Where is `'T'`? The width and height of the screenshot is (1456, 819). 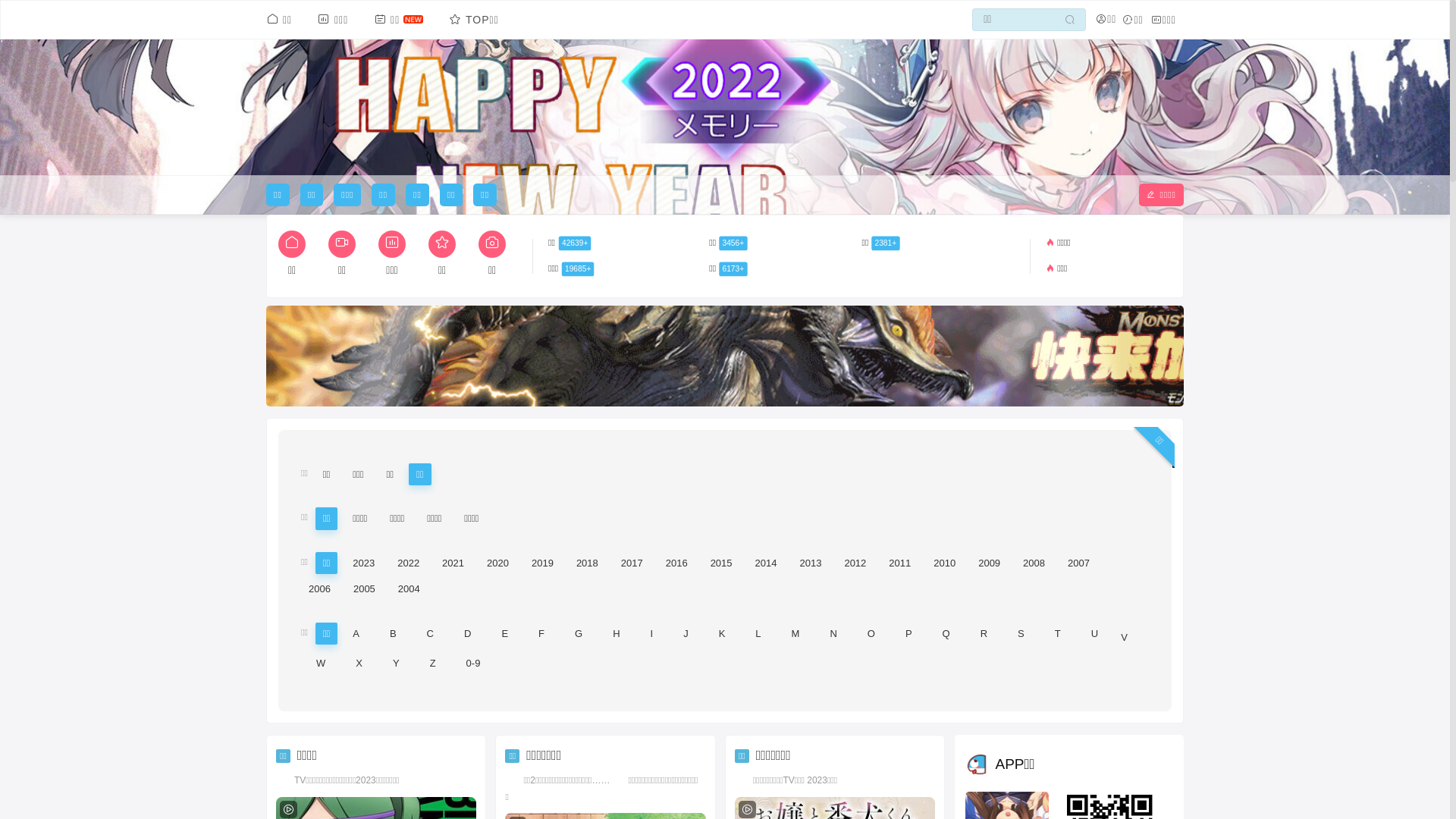
'T' is located at coordinates (1057, 633).